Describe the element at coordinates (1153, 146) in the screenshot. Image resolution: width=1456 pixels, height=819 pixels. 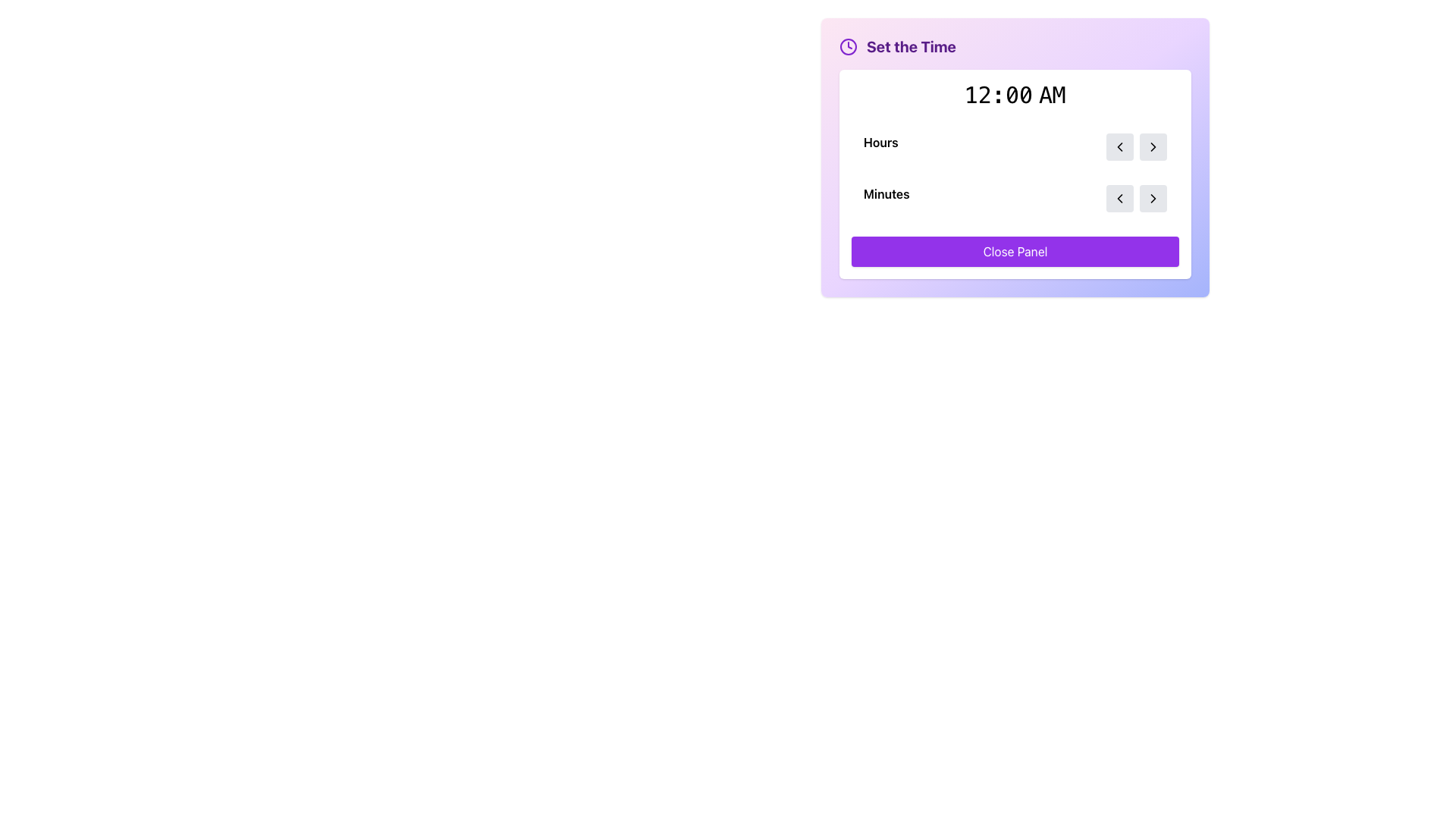
I see `the rightward chevron icon, which is the second button in the horizontal row of time adjustment buttons under the Hours label, to increment the value` at that location.